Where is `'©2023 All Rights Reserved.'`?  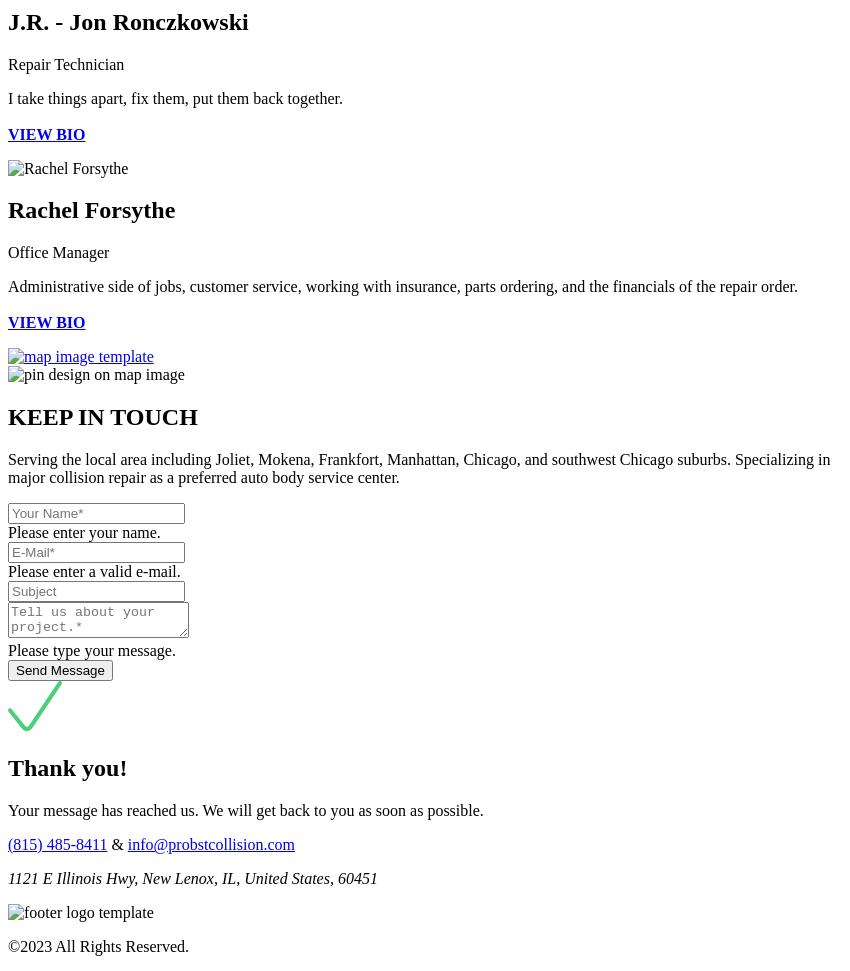
'©2023 All Rights Reserved.' is located at coordinates (97, 944).